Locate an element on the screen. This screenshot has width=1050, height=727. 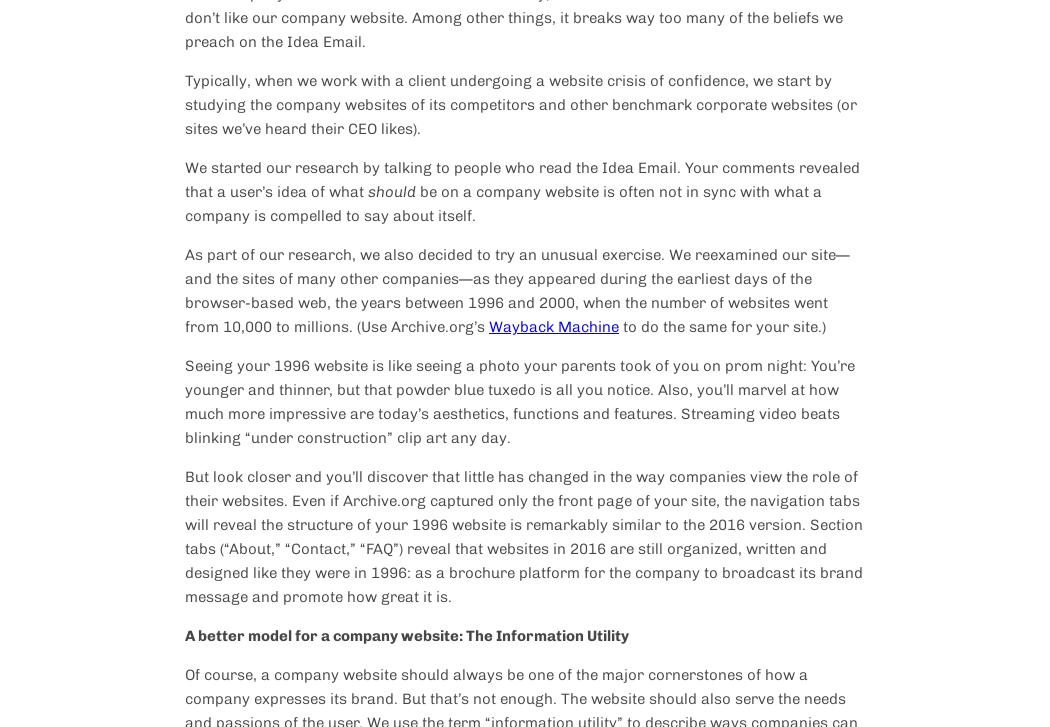
'As part of our research, we also decided to try an unusual exercise. We reexamined our site—and the sites of many other companies—as they appeared during the earliest days of the browser-based web, the years between 1996 and 2000, when the number of websites went from 10,000 to millions. (Use Archive.org’s' is located at coordinates (516, 291).